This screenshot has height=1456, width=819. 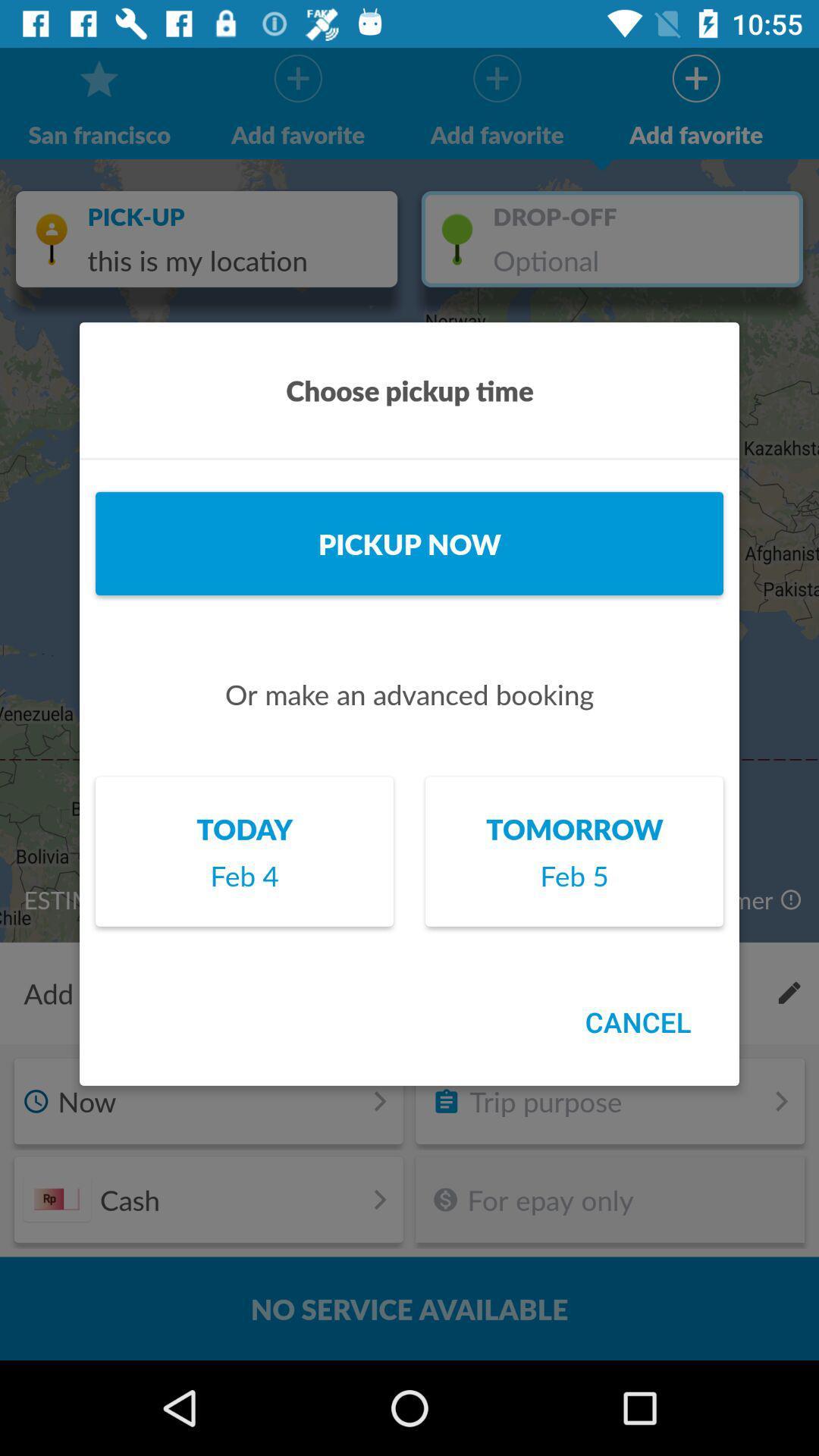 I want to click on the icon at the bottom right corner, so click(x=638, y=1021).